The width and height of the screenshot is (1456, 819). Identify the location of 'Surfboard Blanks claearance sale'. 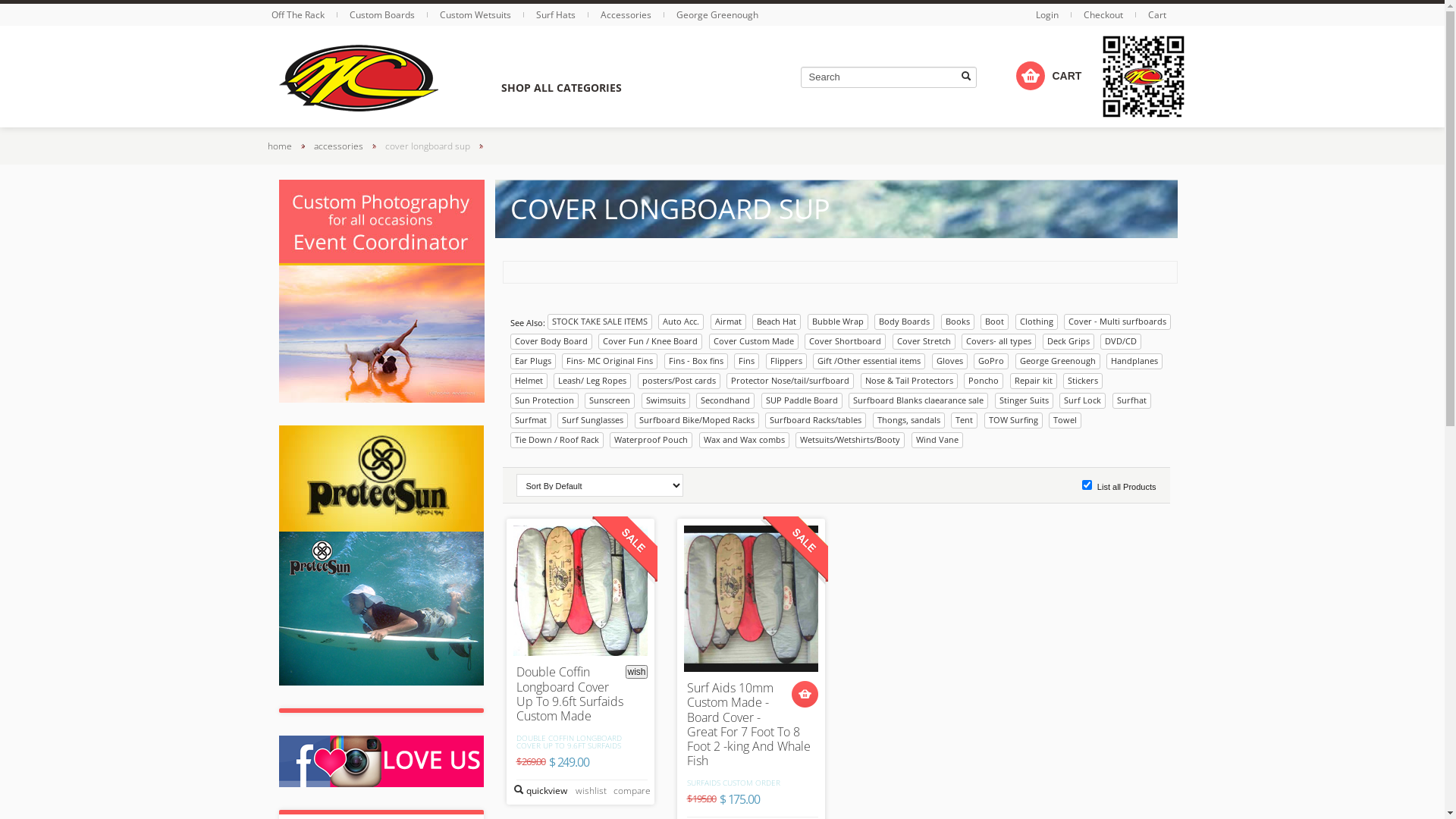
(847, 400).